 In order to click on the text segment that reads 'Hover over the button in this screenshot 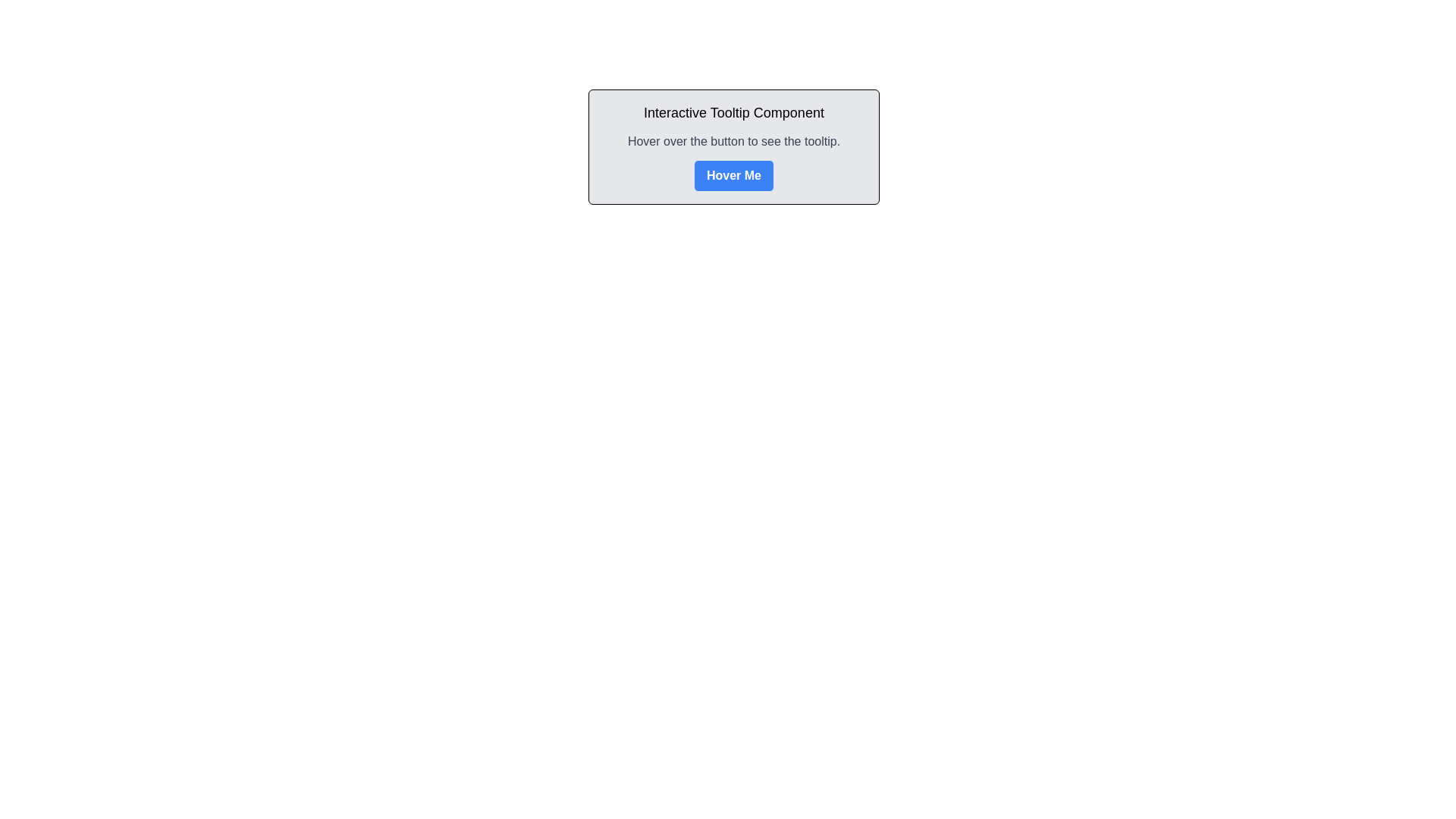, I will do `click(734, 141)`.